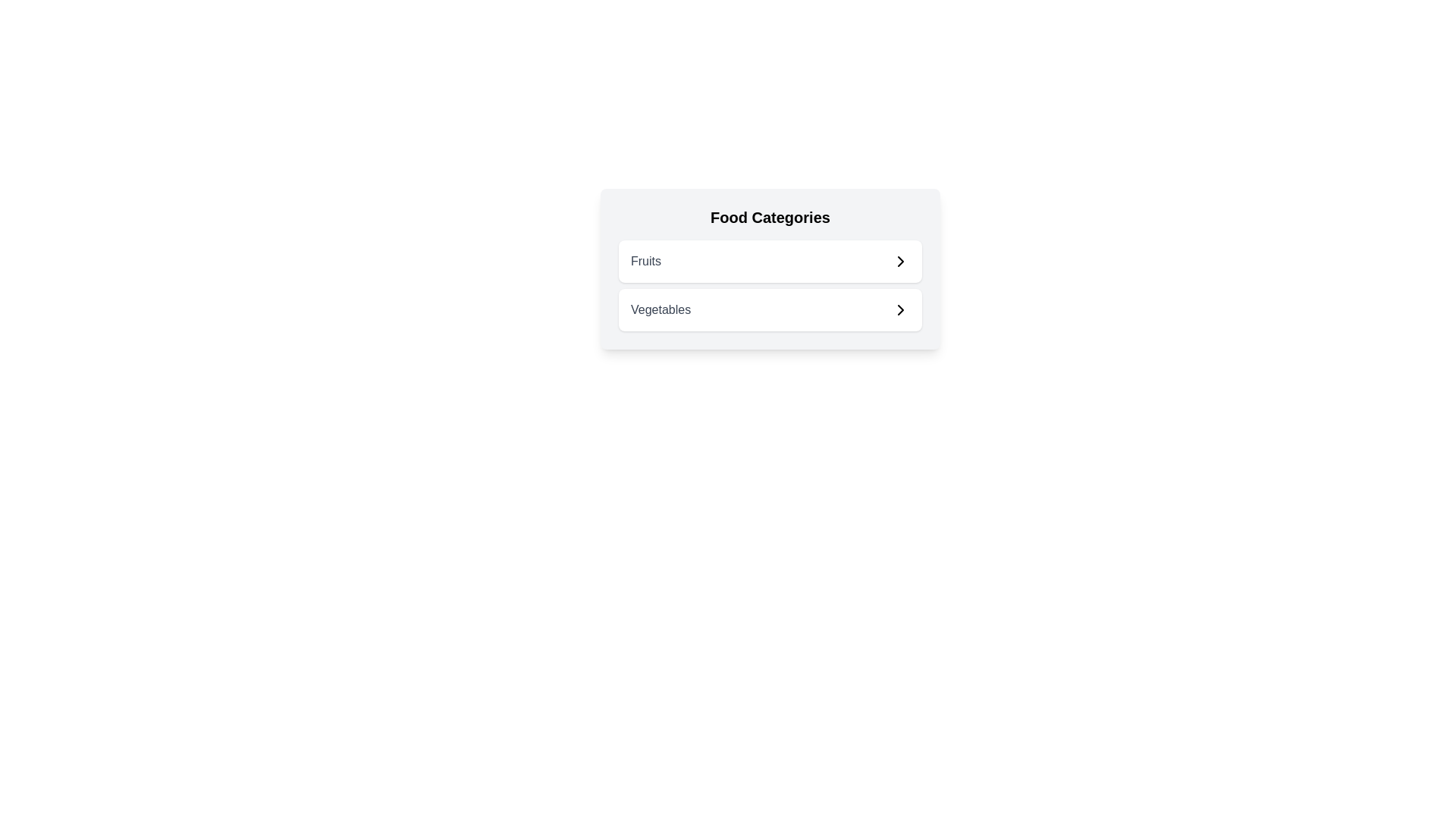 The width and height of the screenshot is (1456, 819). Describe the element at coordinates (661, 309) in the screenshot. I see `the 'Vegetables' label text for navigation located` at that location.